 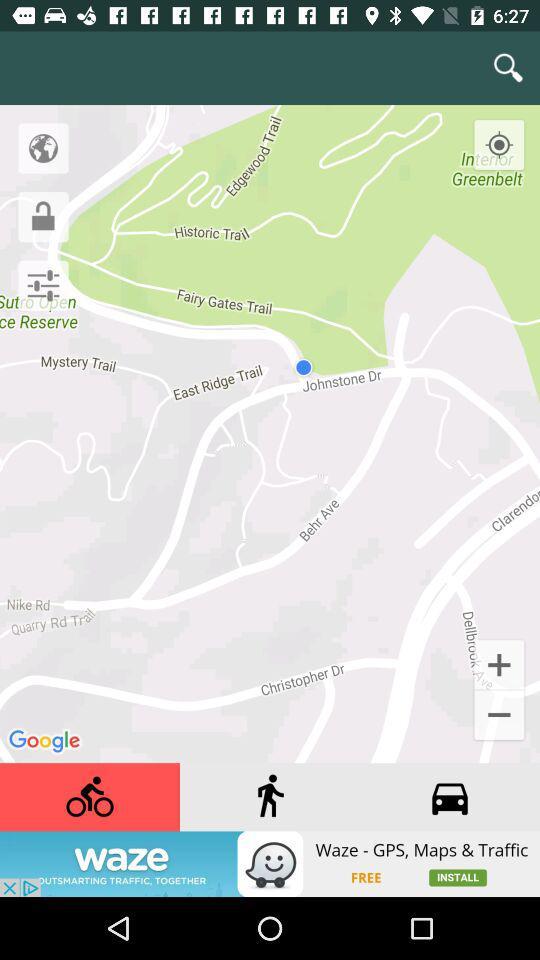 What do you see at coordinates (508, 68) in the screenshot?
I see `tap the search icon at the top right corner` at bounding box center [508, 68].